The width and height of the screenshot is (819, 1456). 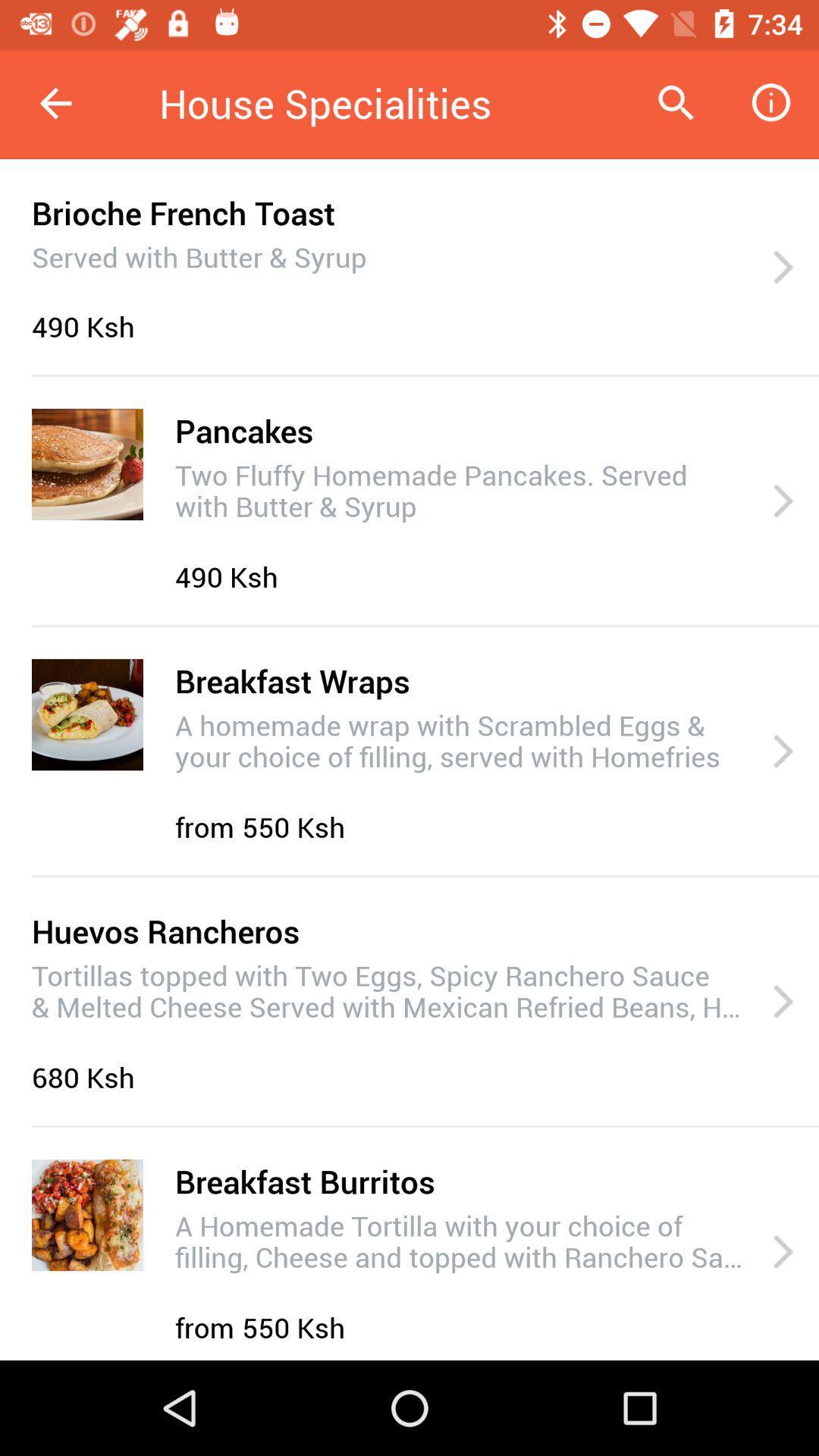 I want to click on the icon above the a homemade wrap, so click(x=292, y=679).